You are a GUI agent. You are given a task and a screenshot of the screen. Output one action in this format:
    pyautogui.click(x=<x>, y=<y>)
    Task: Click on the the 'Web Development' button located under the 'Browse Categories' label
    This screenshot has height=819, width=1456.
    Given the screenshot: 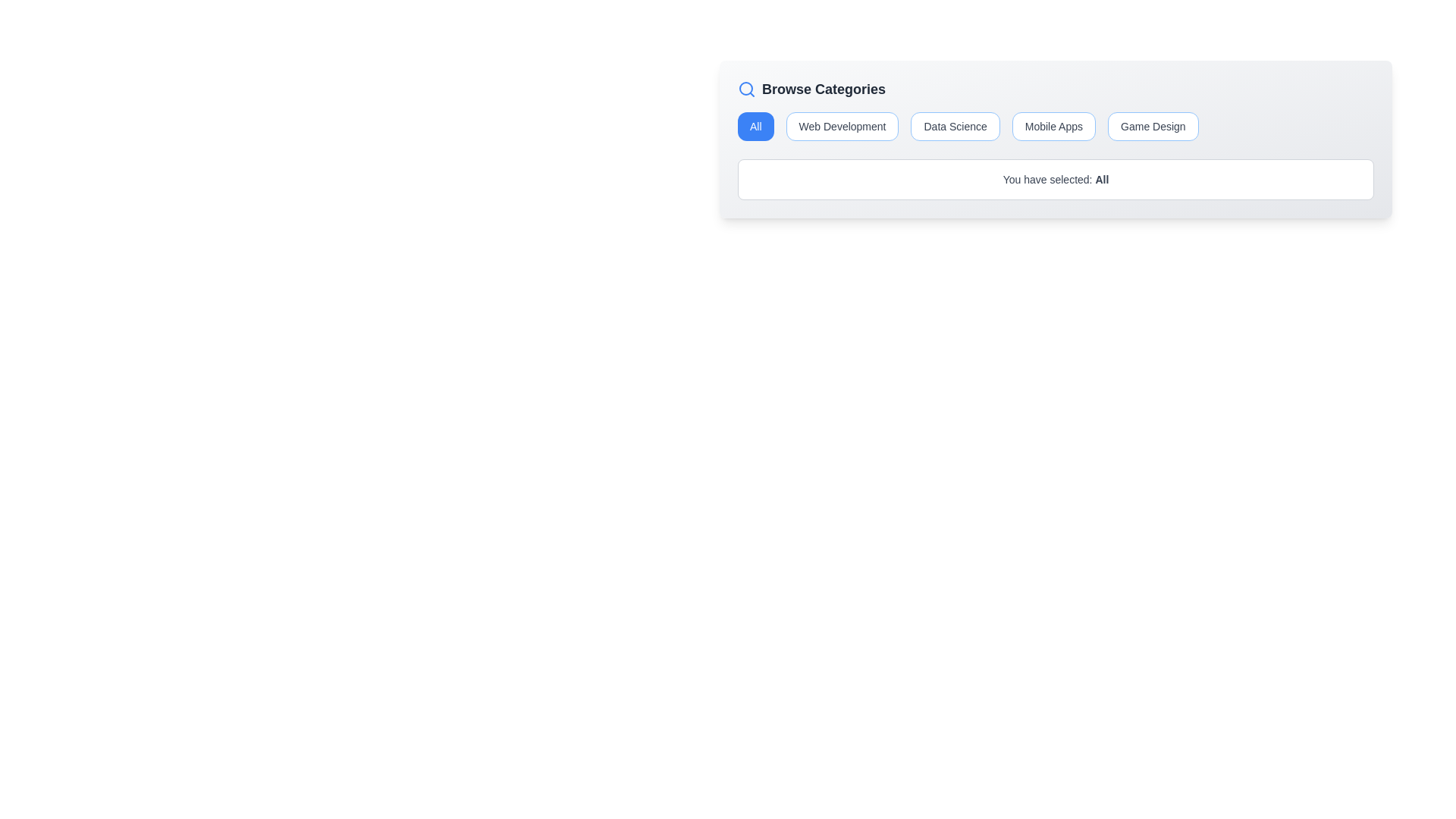 What is the action you would take?
    pyautogui.click(x=842, y=125)
    